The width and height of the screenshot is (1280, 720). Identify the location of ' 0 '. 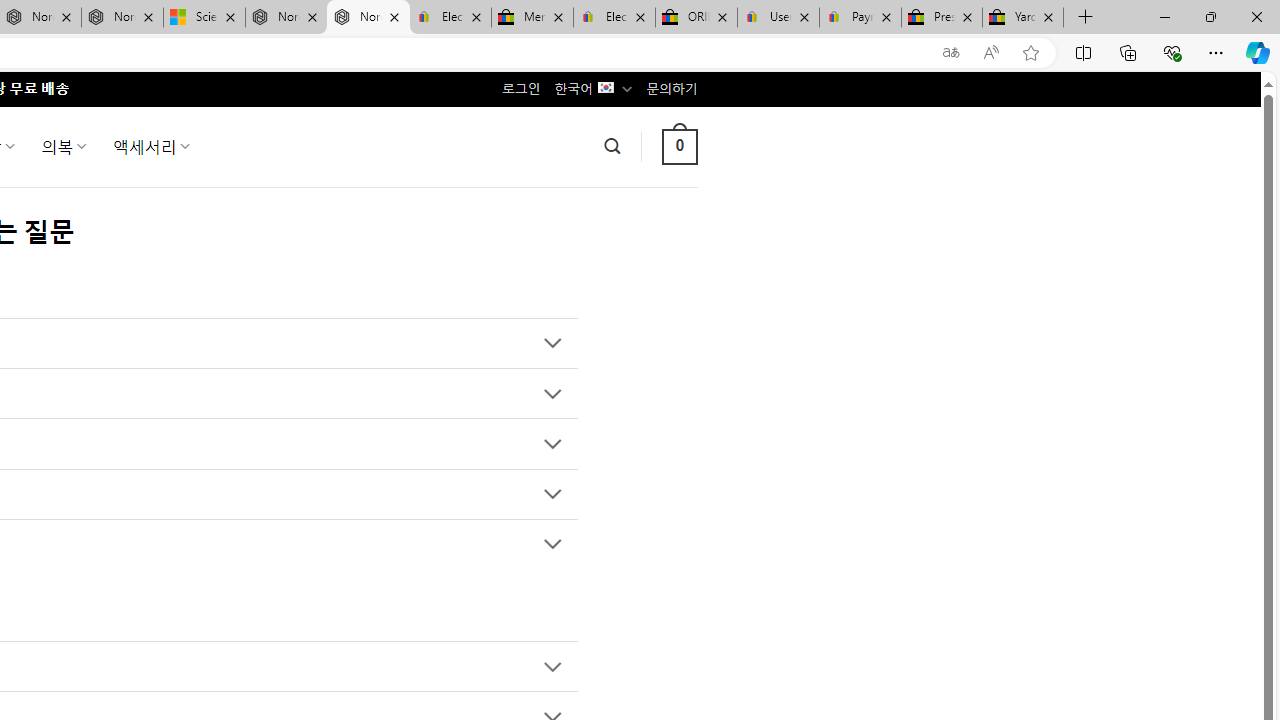
(679, 145).